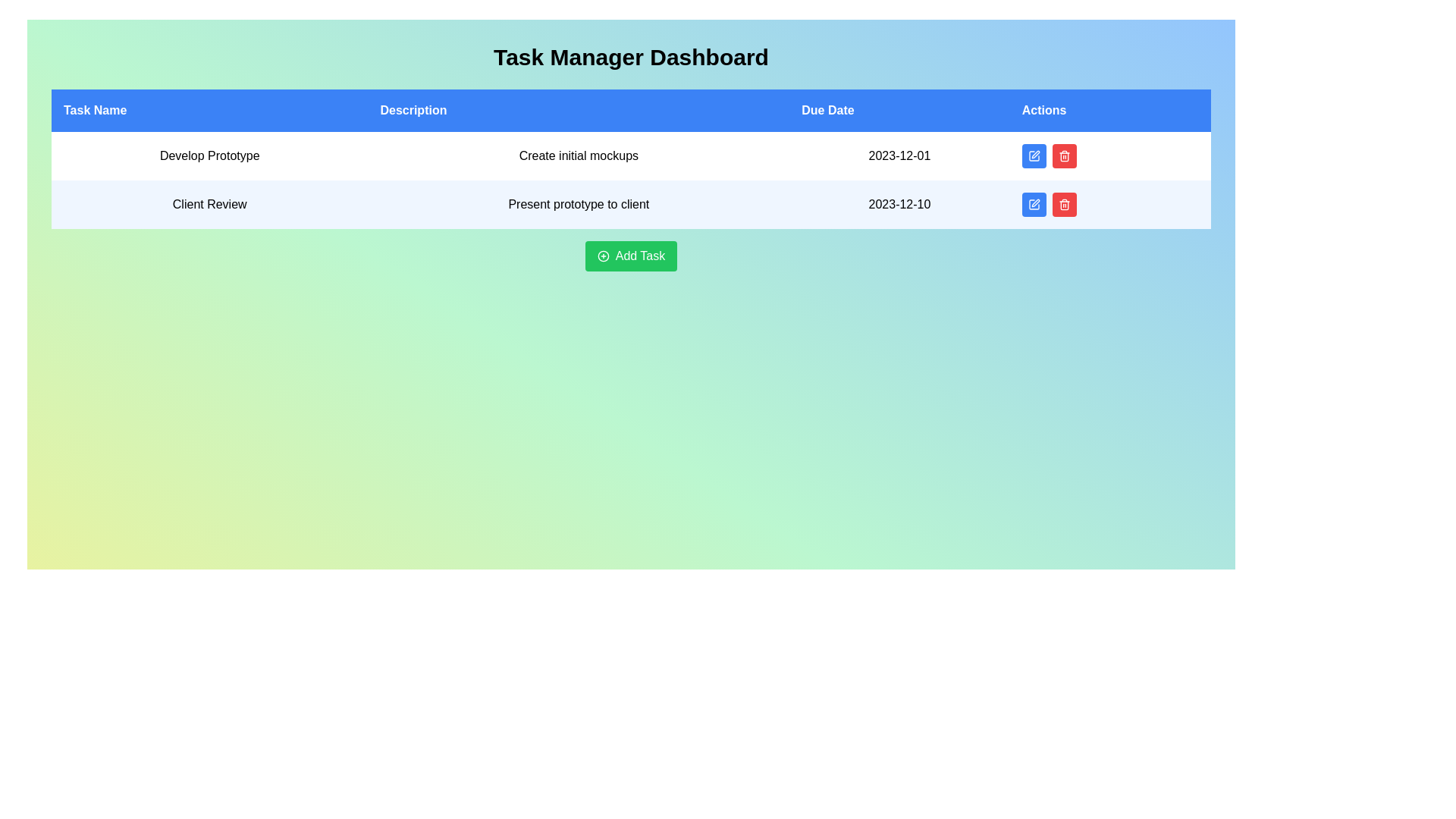 The image size is (1456, 819). What do you see at coordinates (899, 205) in the screenshot?
I see `the text display showing '2023-12-10' in the second row under the 'Due Date' header` at bounding box center [899, 205].